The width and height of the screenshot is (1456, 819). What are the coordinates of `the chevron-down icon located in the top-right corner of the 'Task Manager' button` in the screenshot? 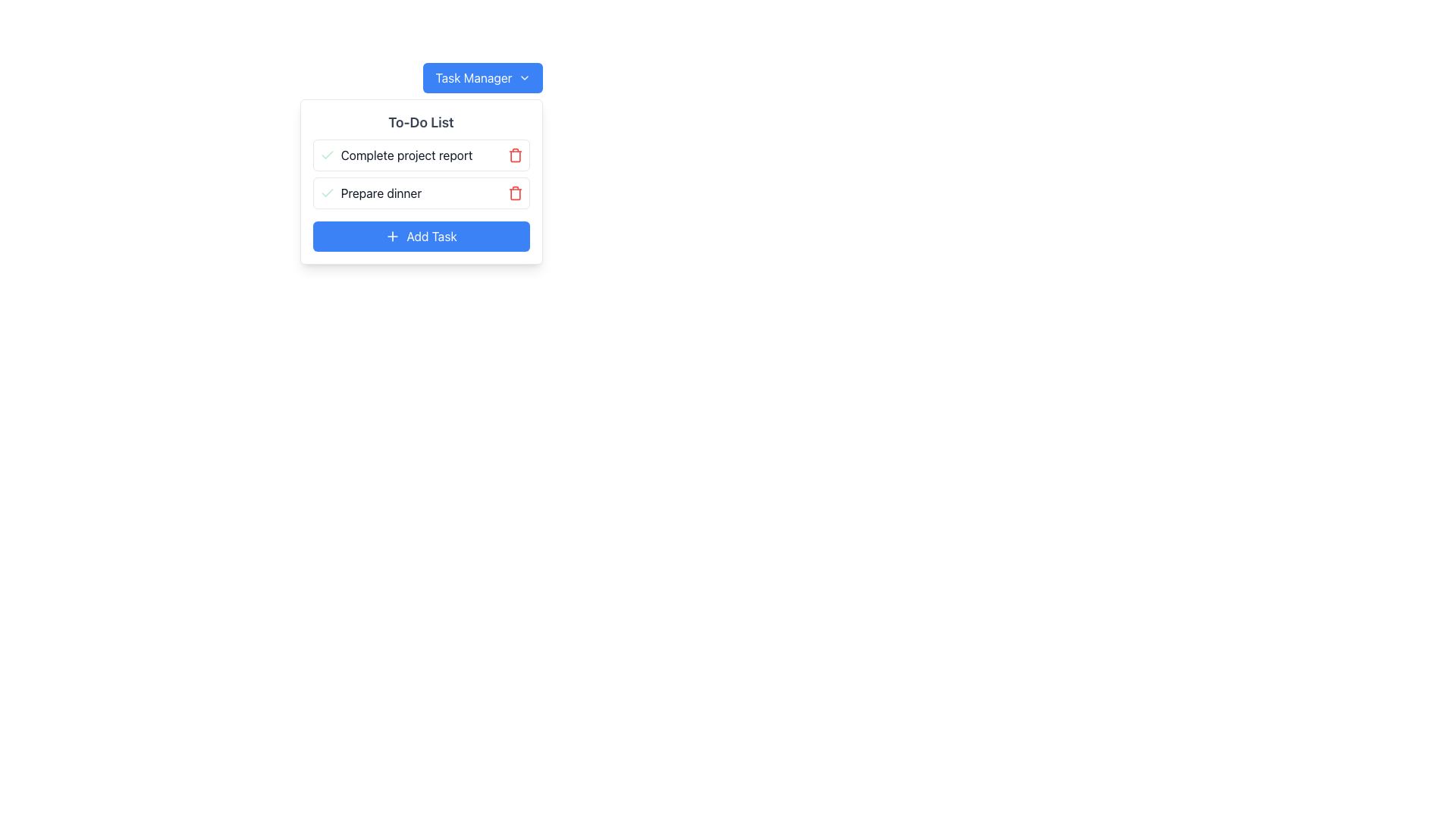 It's located at (524, 78).